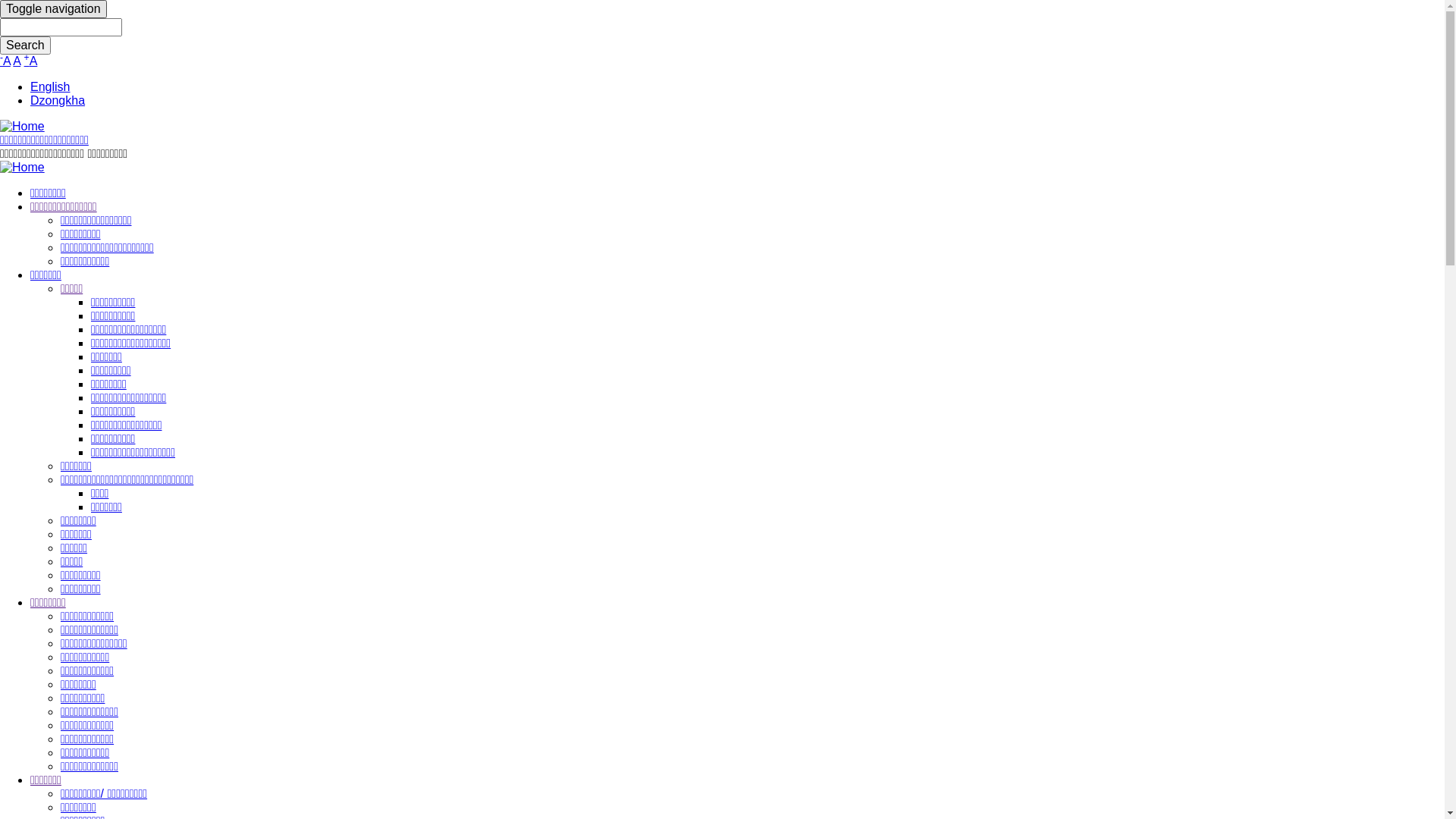 Image resolution: width=1456 pixels, height=819 pixels. I want to click on '+A', so click(31, 60).